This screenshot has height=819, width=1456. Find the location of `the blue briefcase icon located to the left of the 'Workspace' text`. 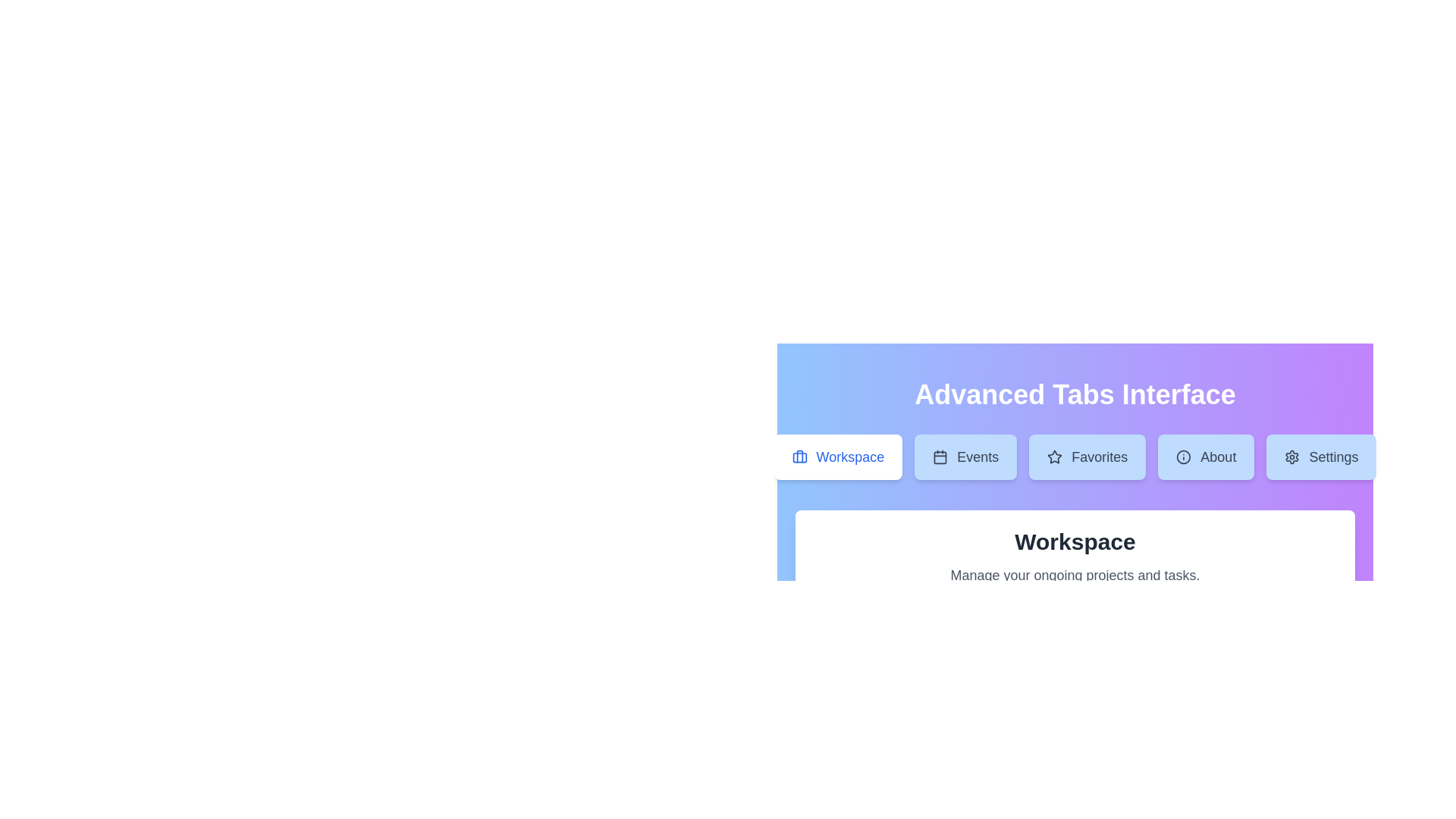

the blue briefcase icon located to the left of the 'Workspace' text is located at coordinates (799, 456).